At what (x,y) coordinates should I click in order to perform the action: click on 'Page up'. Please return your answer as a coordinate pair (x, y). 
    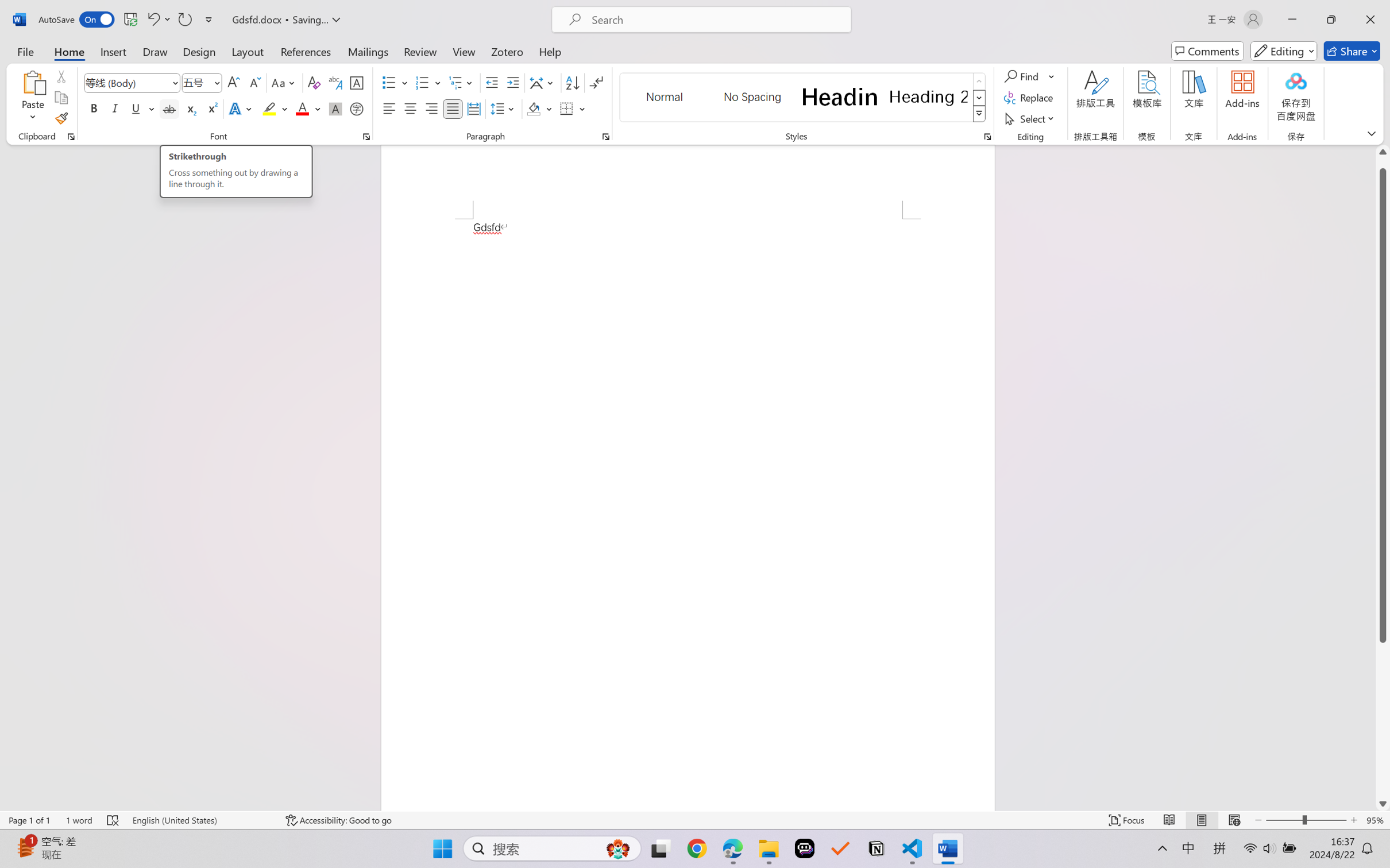
    Looking at the image, I should click on (1383, 163).